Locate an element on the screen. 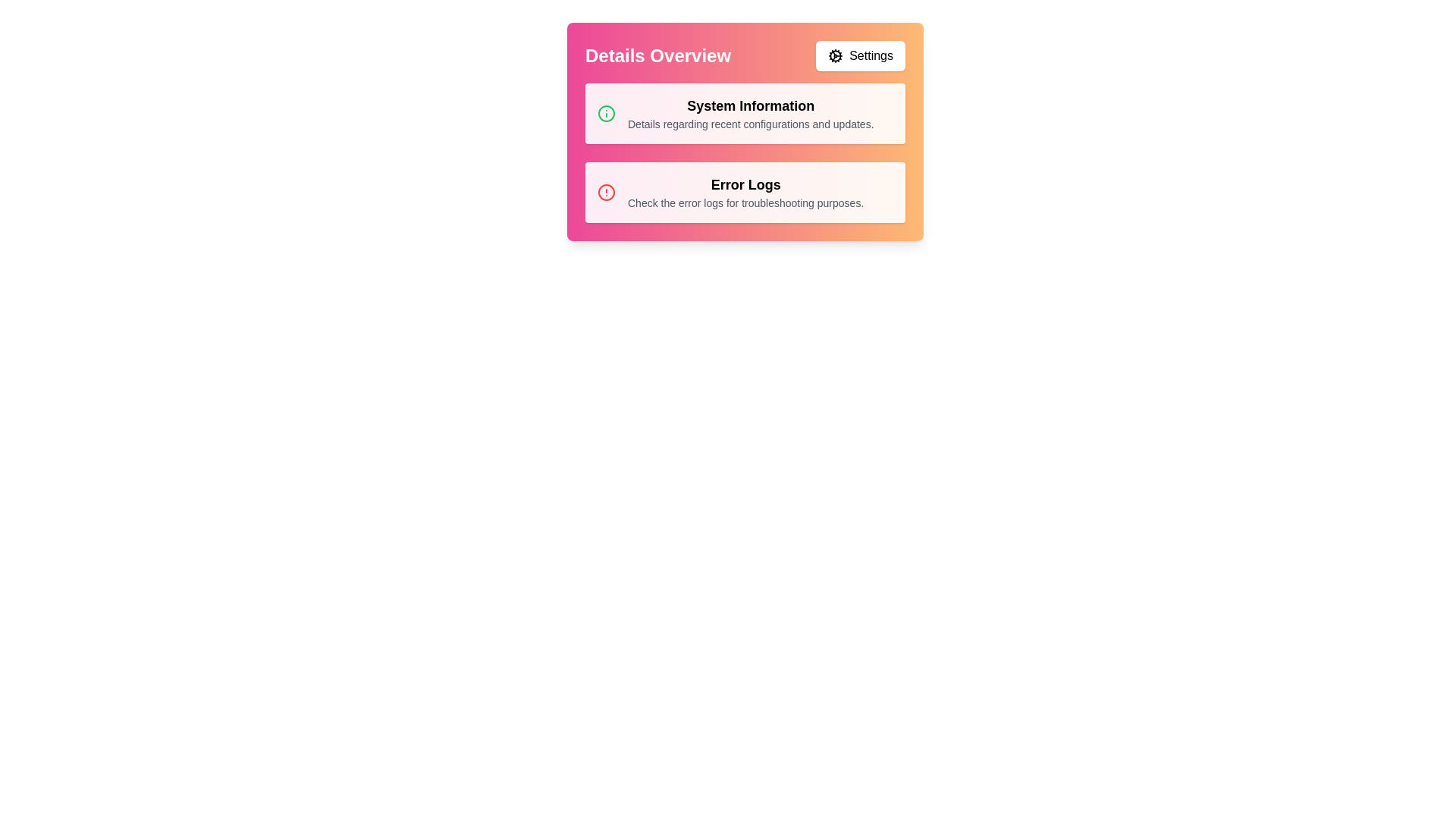 Image resolution: width=1456 pixels, height=819 pixels. the Text Label that introduces the error logs section, located in the 'Details Overview' below the 'System Information' section is located at coordinates (745, 184).